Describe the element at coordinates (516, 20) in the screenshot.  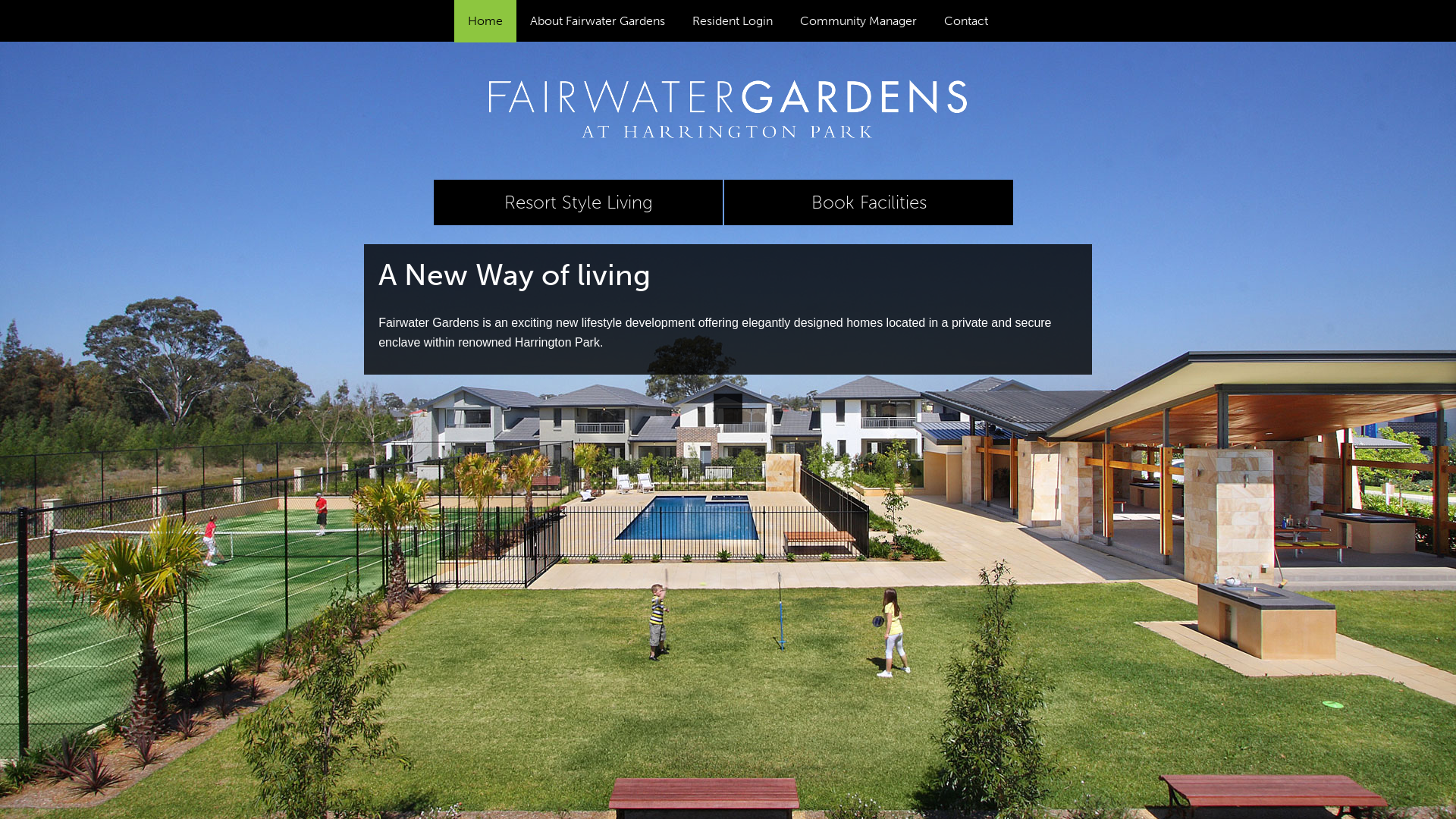
I see `'About Fairwater Gardens'` at that location.